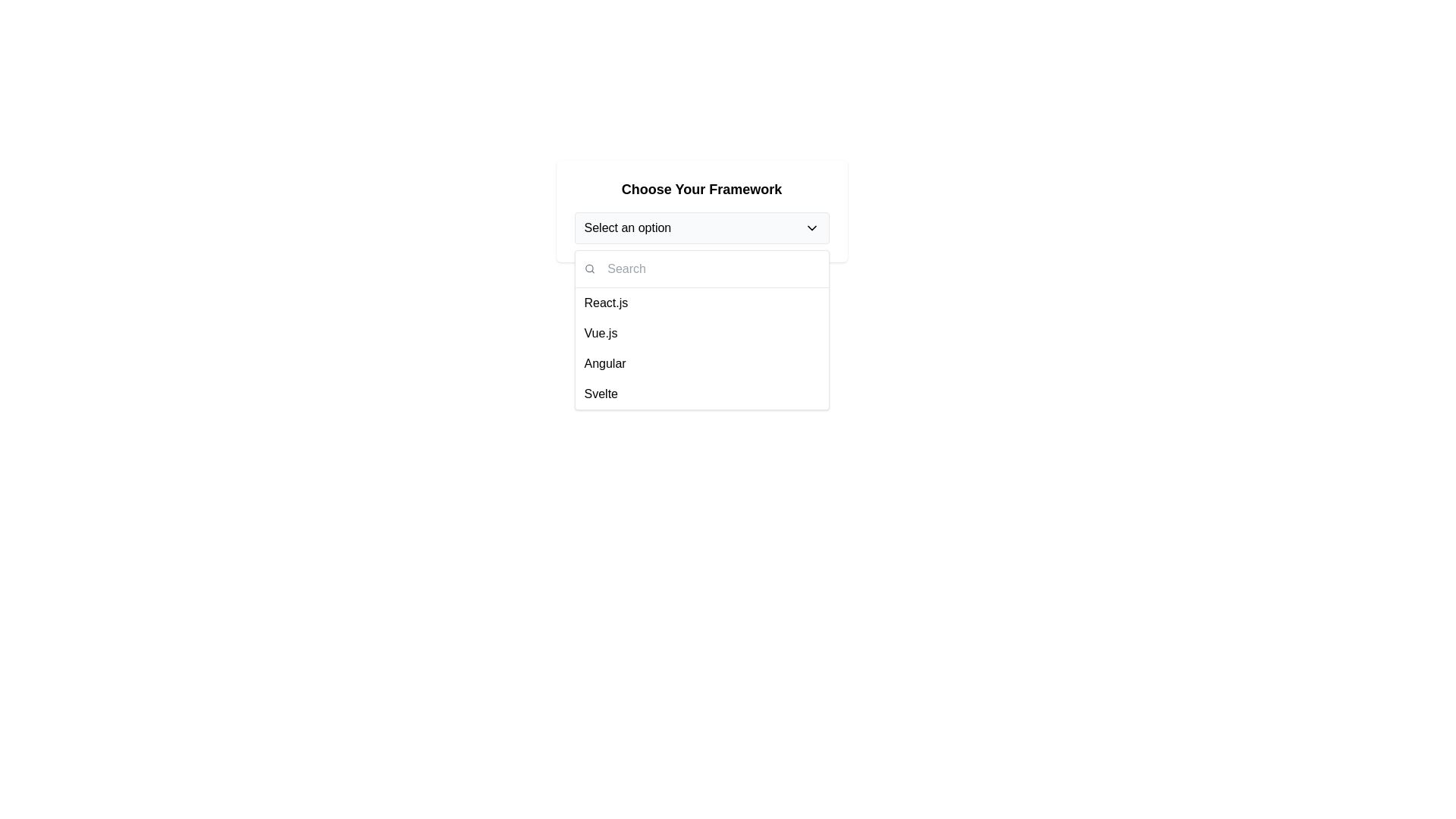 Image resolution: width=1456 pixels, height=819 pixels. What do you see at coordinates (600, 332) in the screenshot?
I see `the 'Vue.js' option in the dropdown menu` at bounding box center [600, 332].